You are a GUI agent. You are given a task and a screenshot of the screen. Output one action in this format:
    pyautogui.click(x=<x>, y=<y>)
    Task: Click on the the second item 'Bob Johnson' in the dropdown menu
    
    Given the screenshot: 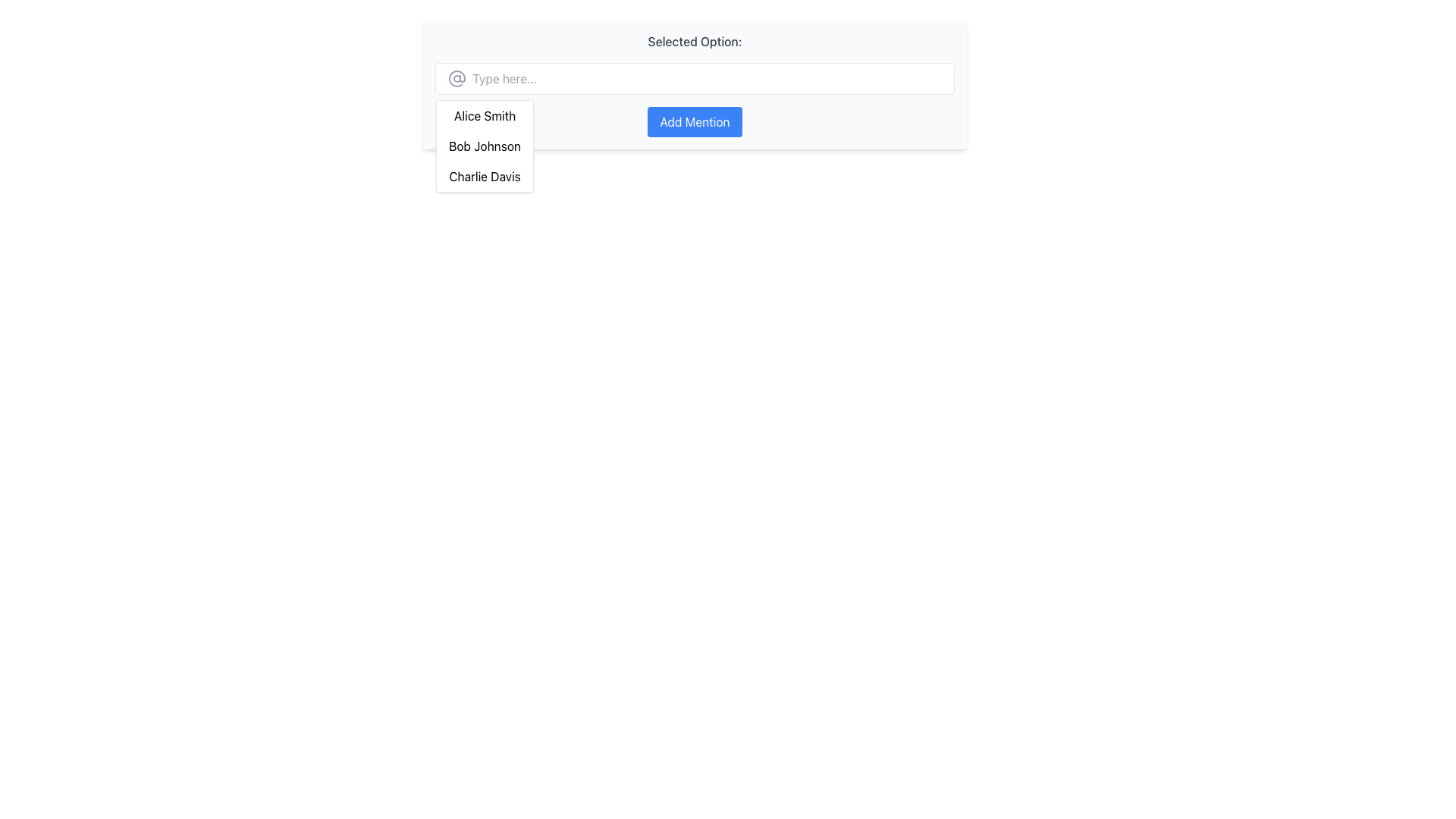 What is the action you would take?
    pyautogui.click(x=484, y=146)
    